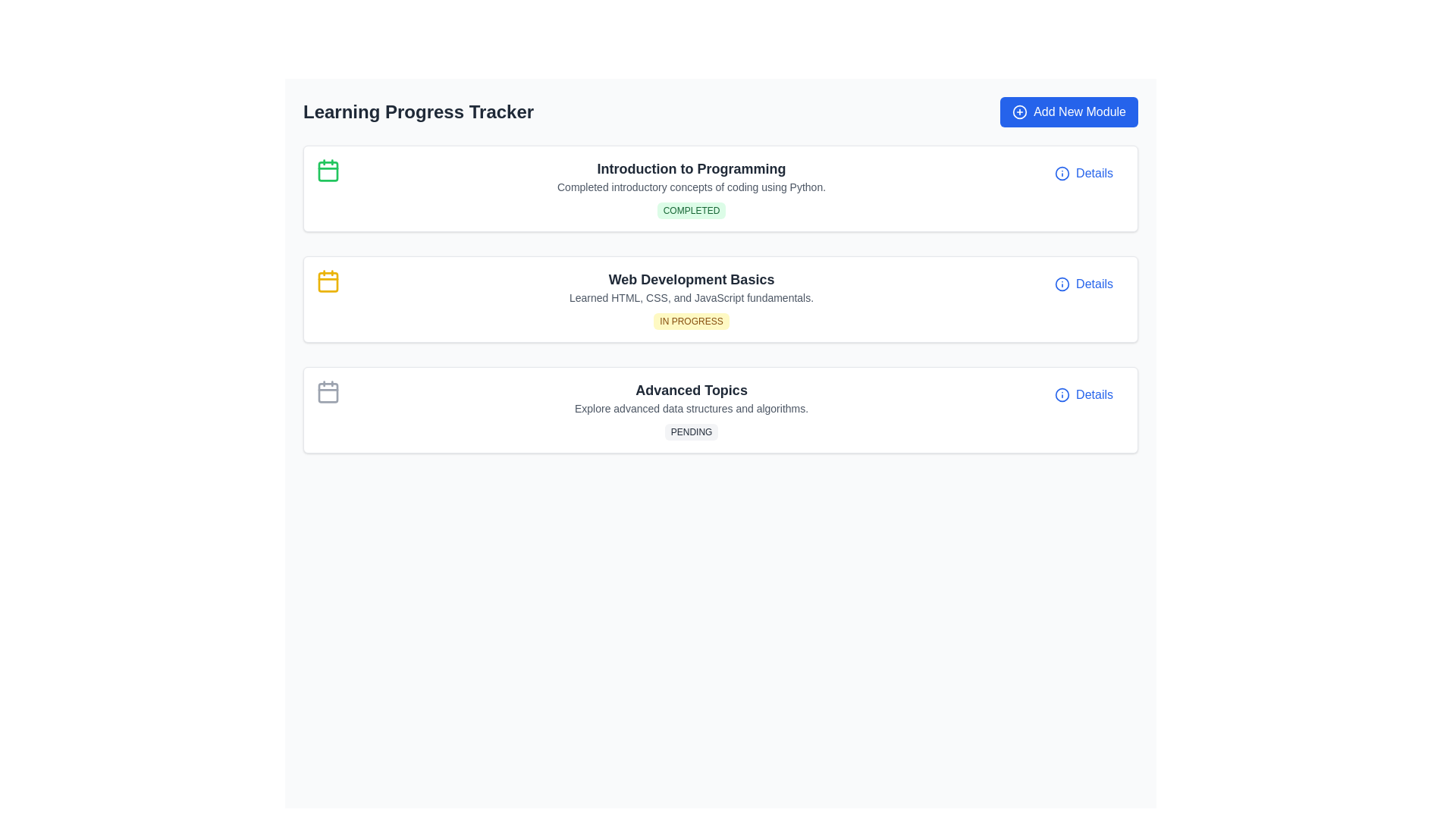 The width and height of the screenshot is (1456, 819). Describe the element at coordinates (691, 409) in the screenshot. I see `the composite element titled 'Advanced Topics', which includes a header, description, and a 'PENDING' status badge, located in the vertical list of learning modules` at that location.